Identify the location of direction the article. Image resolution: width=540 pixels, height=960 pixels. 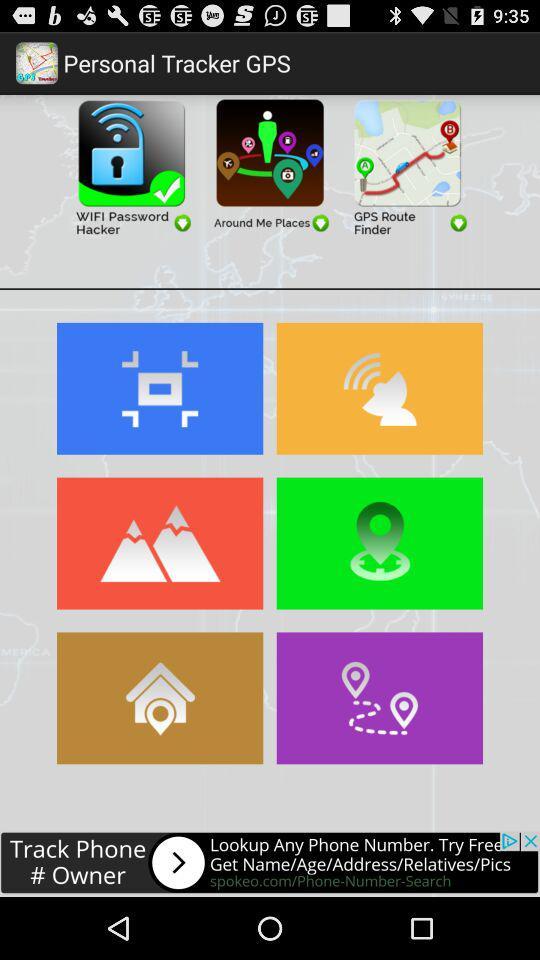
(379, 698).